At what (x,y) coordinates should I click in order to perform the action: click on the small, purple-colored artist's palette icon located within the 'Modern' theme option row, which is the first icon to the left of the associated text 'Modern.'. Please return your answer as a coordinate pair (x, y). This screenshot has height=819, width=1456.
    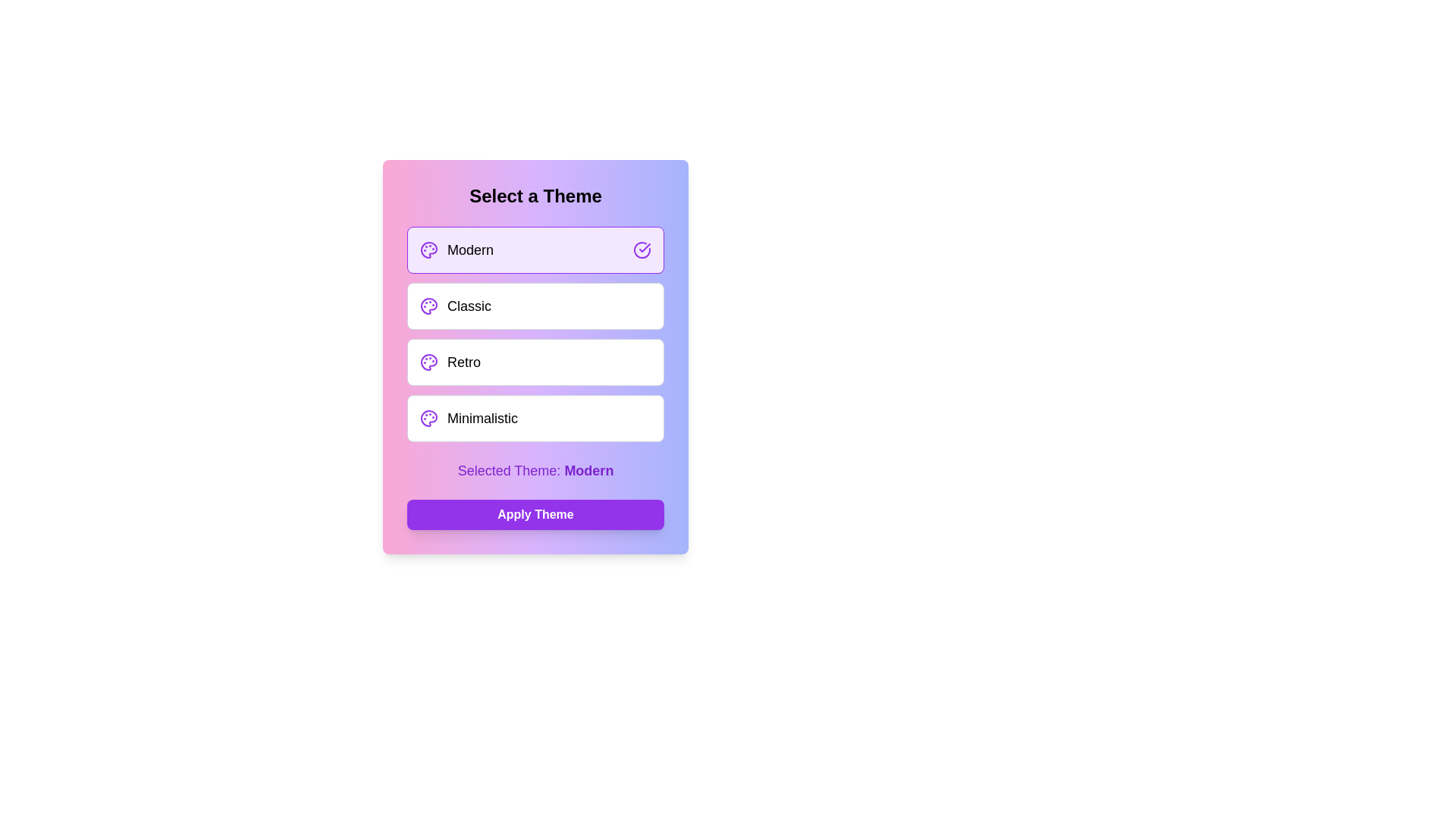
    Looking at the image, I should click on (428, 249).